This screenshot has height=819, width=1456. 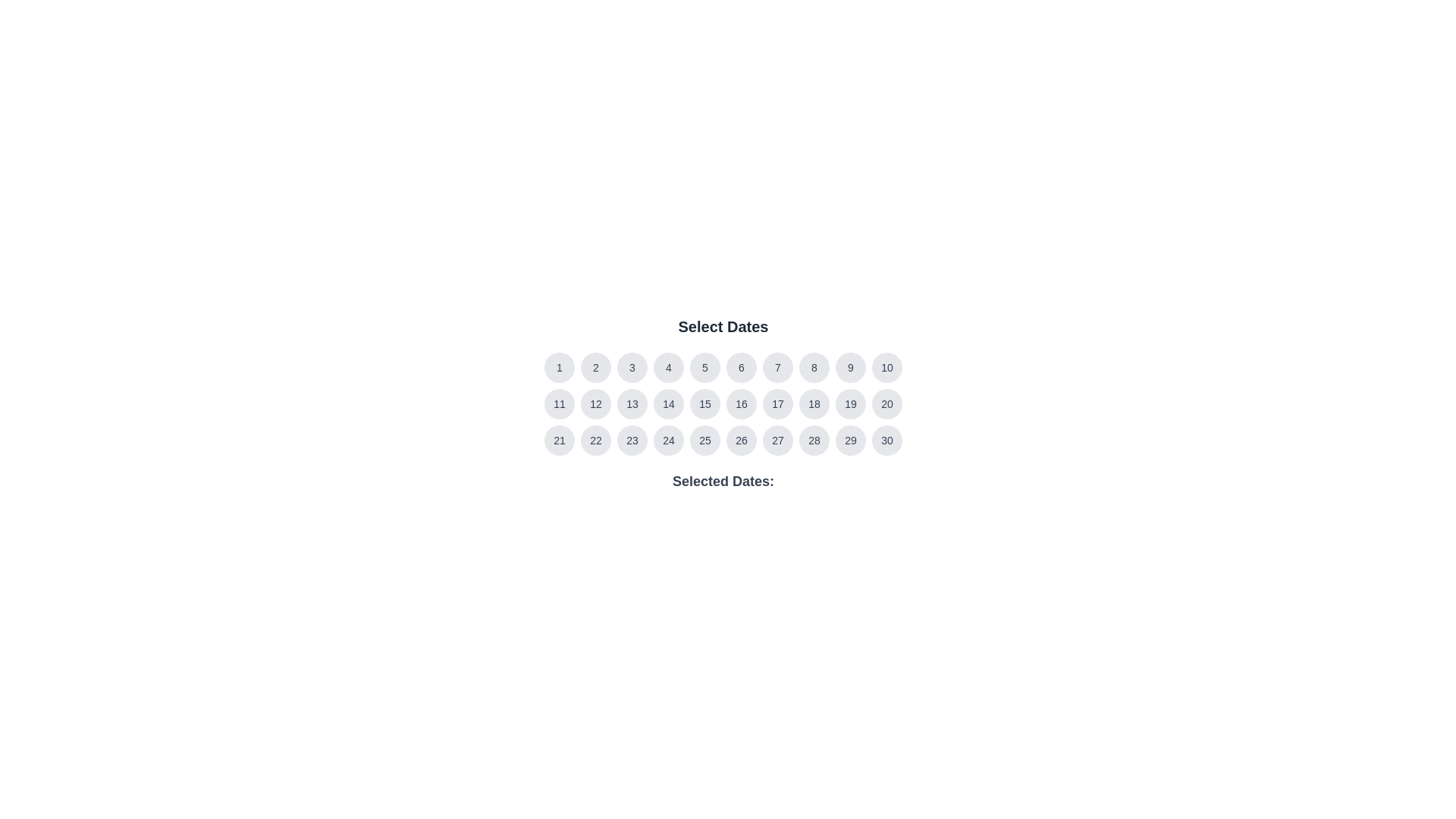 I want to click on the circular button with a light gray background and the number '8' in dark gray text, so click(x=814, y=368).